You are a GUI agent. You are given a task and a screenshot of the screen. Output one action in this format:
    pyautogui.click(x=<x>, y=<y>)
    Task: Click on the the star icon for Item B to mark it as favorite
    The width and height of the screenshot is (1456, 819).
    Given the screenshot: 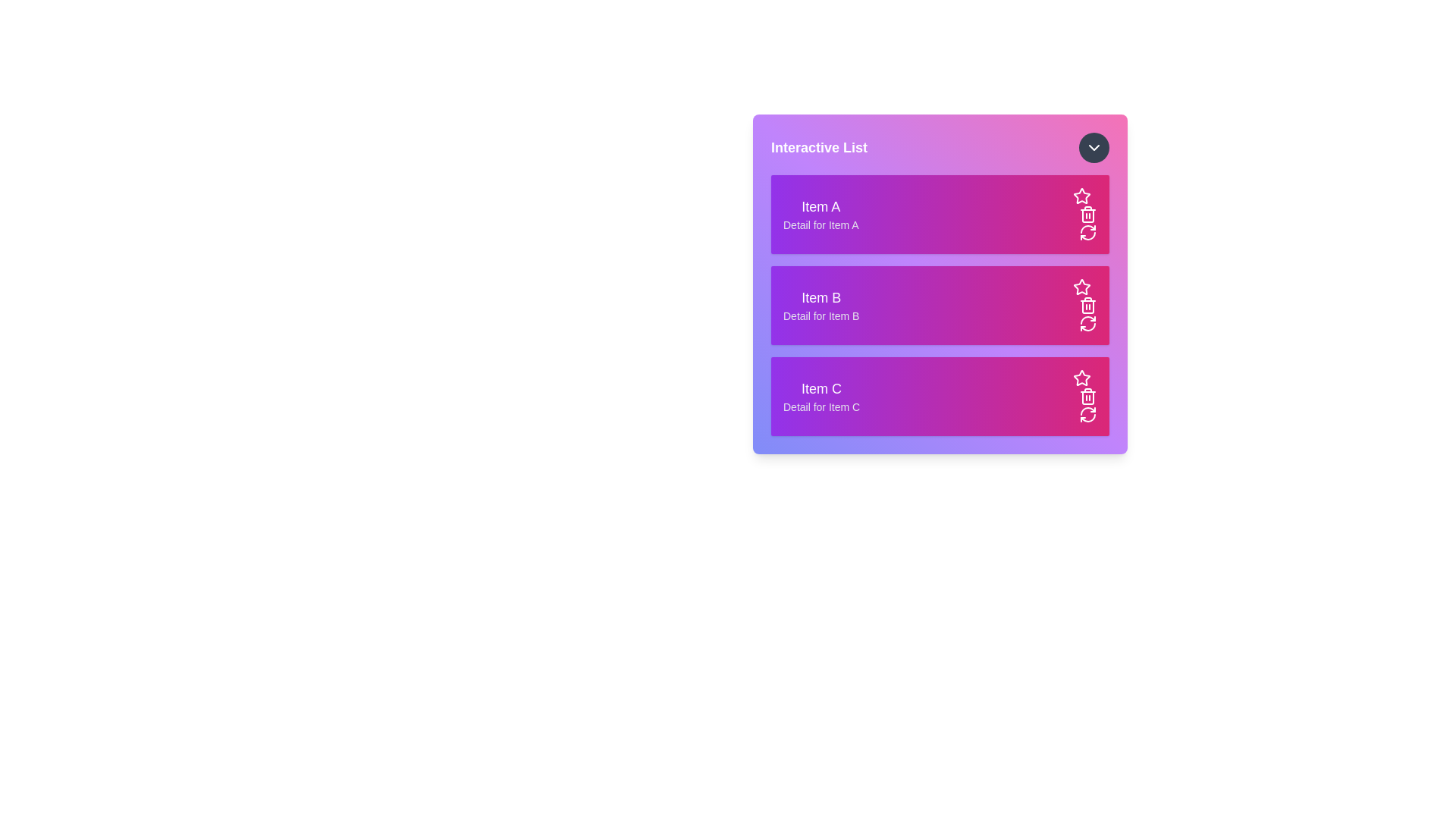 What is the action you would take?
    pyautogui.click(x=1081, y=287)
    